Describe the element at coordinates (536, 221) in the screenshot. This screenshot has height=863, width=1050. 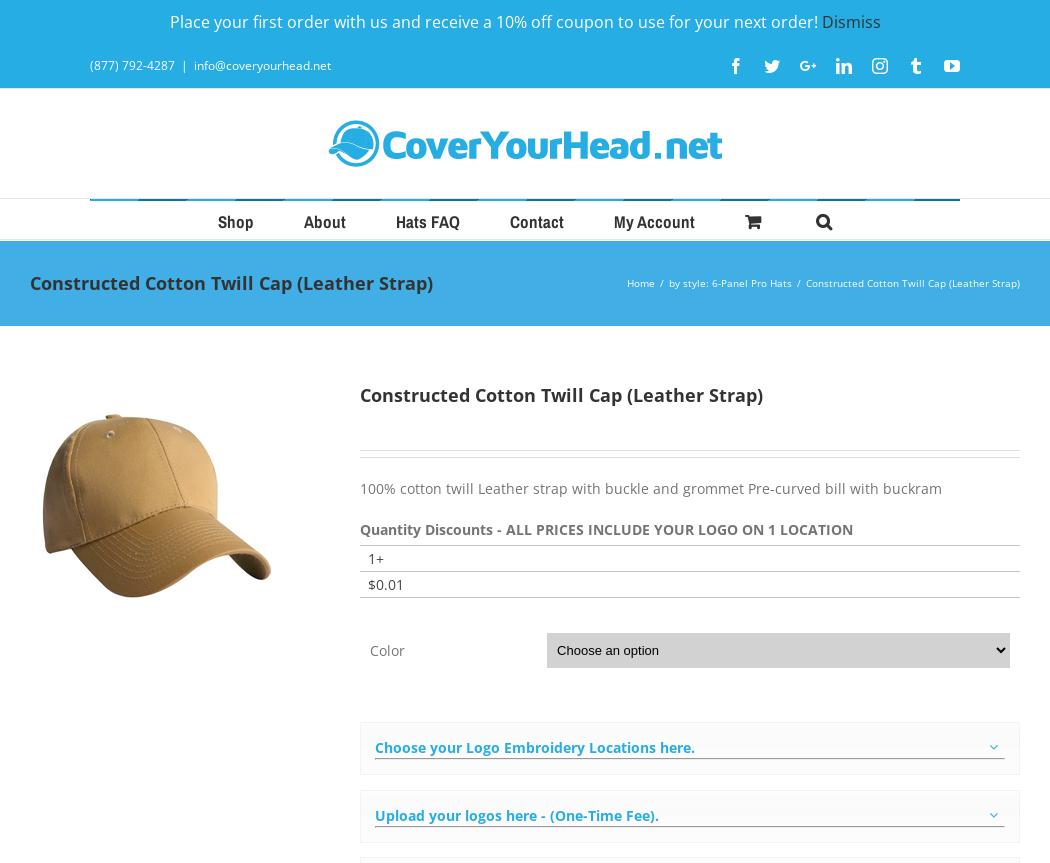
I see `'Contact'` at that location.